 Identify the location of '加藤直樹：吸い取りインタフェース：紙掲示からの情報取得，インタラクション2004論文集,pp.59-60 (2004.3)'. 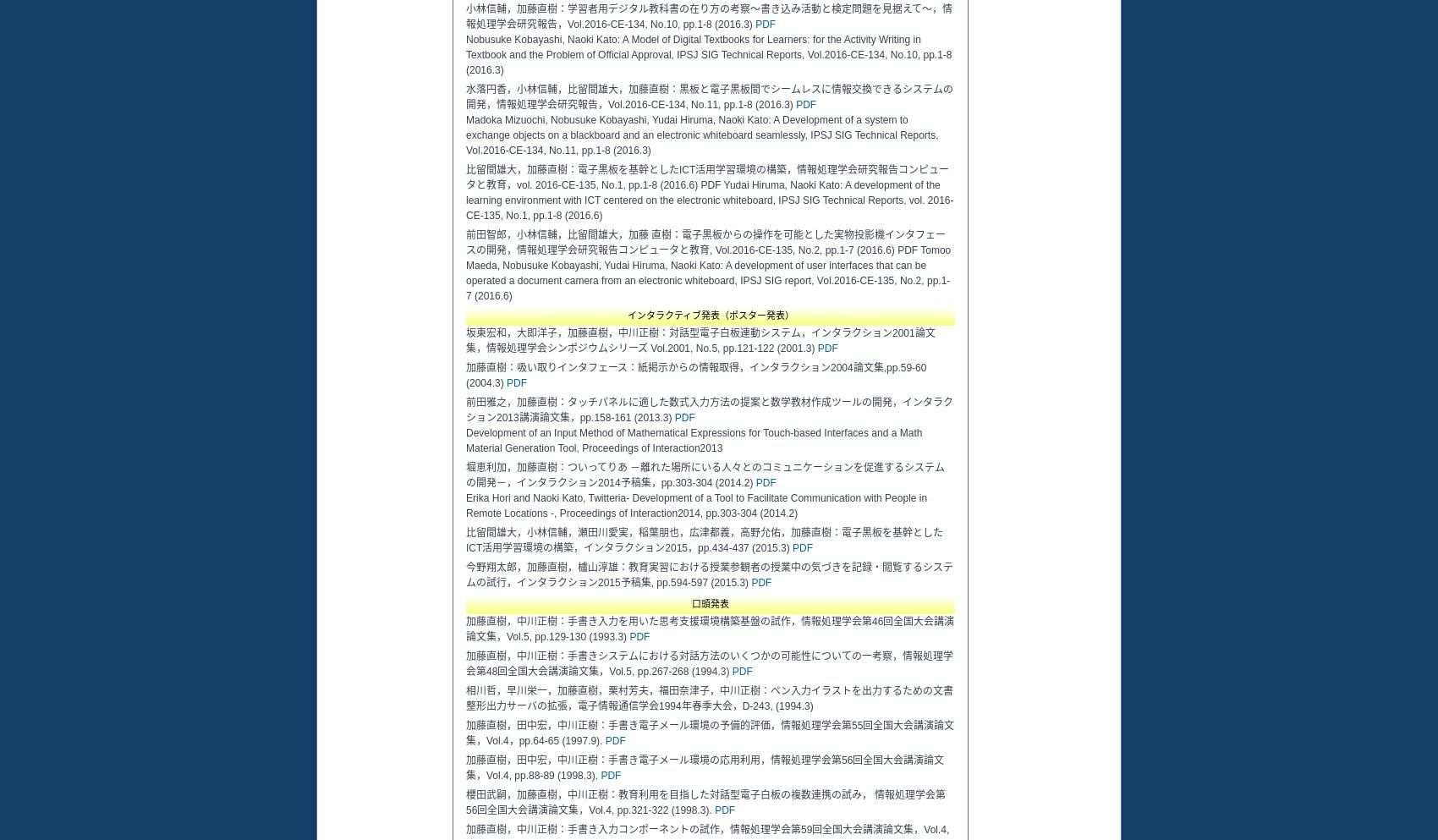
(694, 375).